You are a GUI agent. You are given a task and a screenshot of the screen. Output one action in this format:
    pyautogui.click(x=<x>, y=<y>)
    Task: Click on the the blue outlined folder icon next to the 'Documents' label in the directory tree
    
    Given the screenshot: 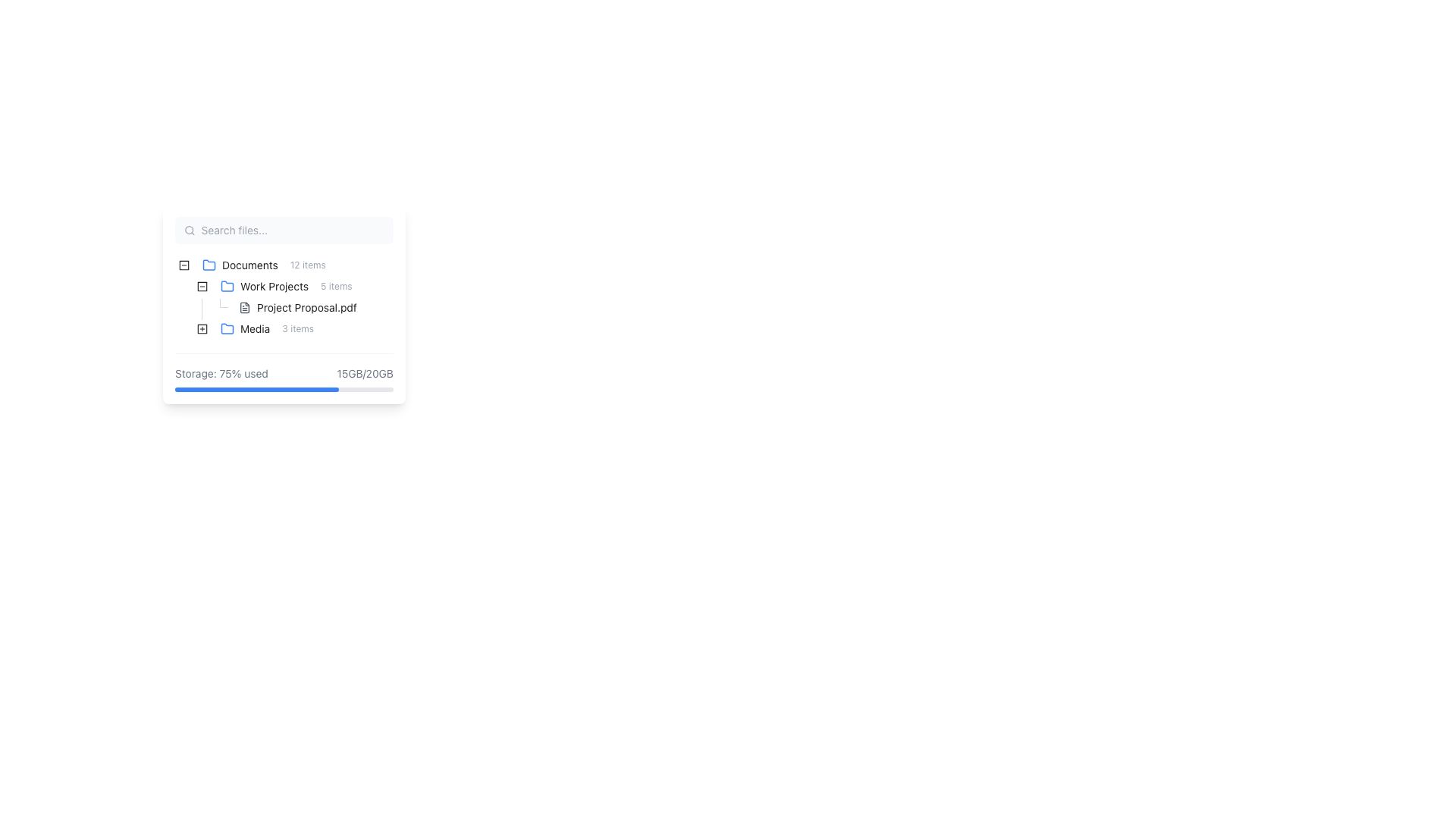 What is the action you would take?
    pyautogui.click(x=208, y=263)
    